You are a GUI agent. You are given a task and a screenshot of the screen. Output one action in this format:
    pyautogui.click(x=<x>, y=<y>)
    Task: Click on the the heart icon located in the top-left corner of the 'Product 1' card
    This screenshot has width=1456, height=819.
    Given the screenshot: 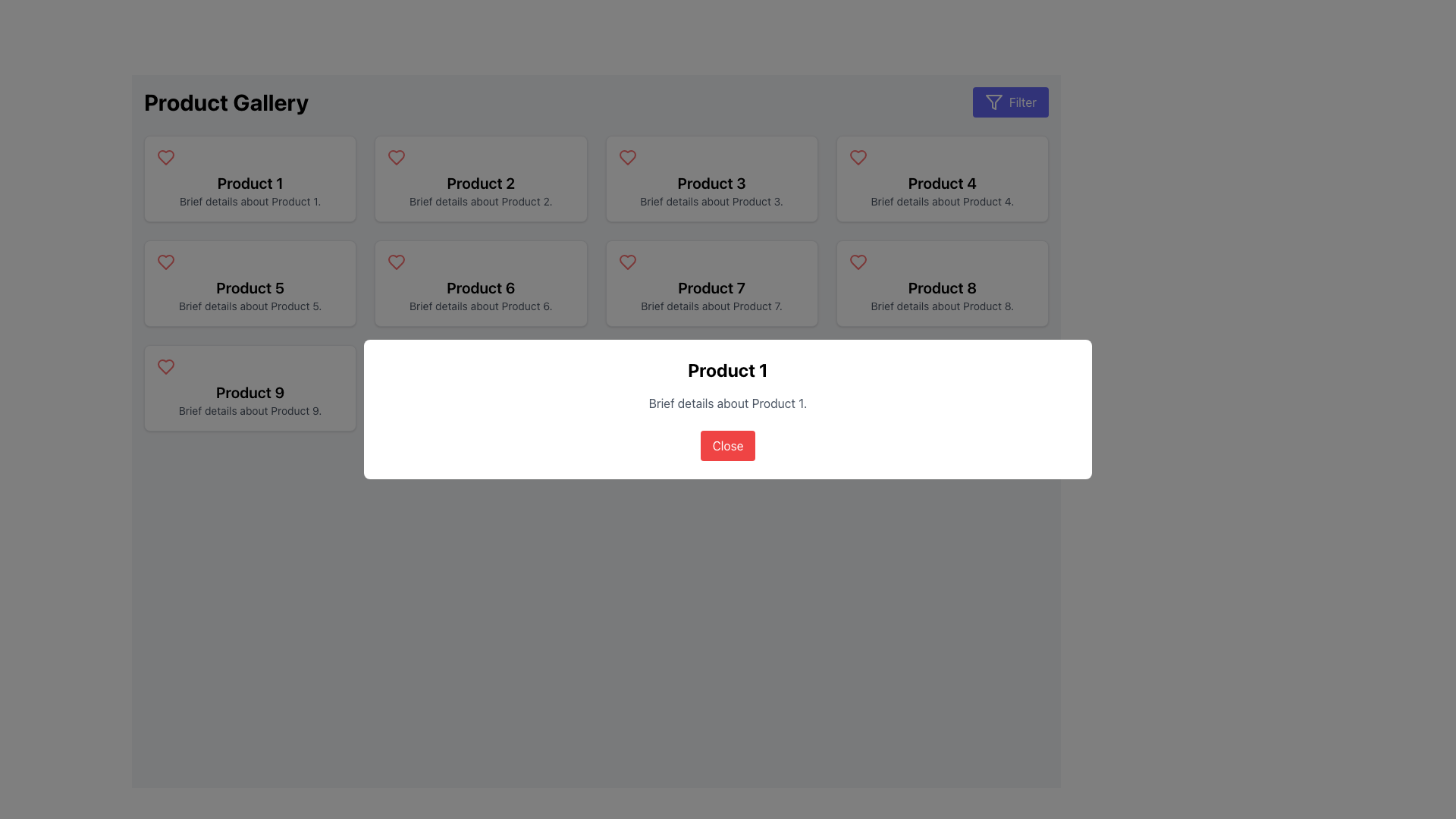 What is the action you would take?
    pyautogui.click(x=166, y=158)
    